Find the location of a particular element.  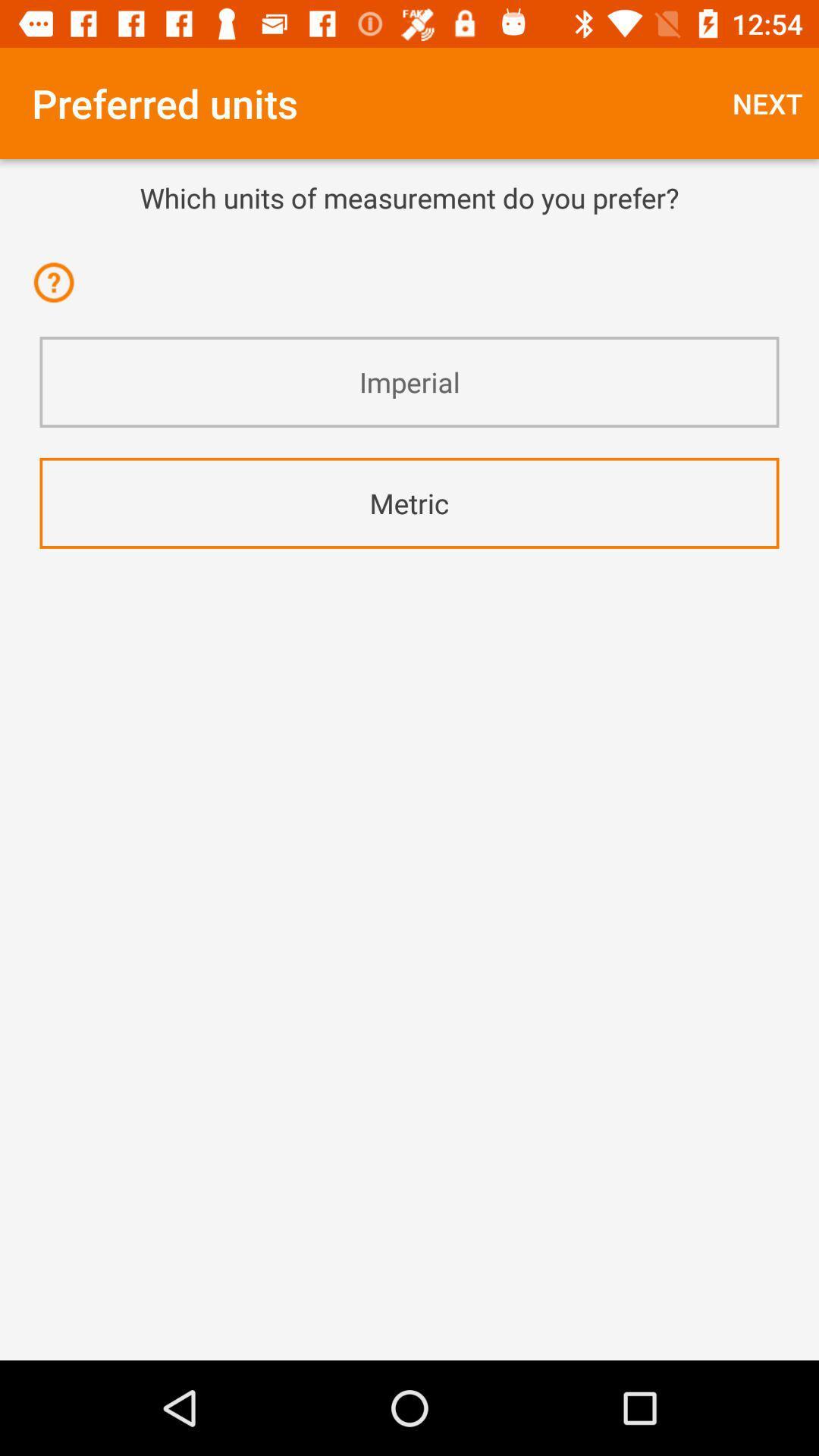

the imperial item is located at coordinates (409, 382).